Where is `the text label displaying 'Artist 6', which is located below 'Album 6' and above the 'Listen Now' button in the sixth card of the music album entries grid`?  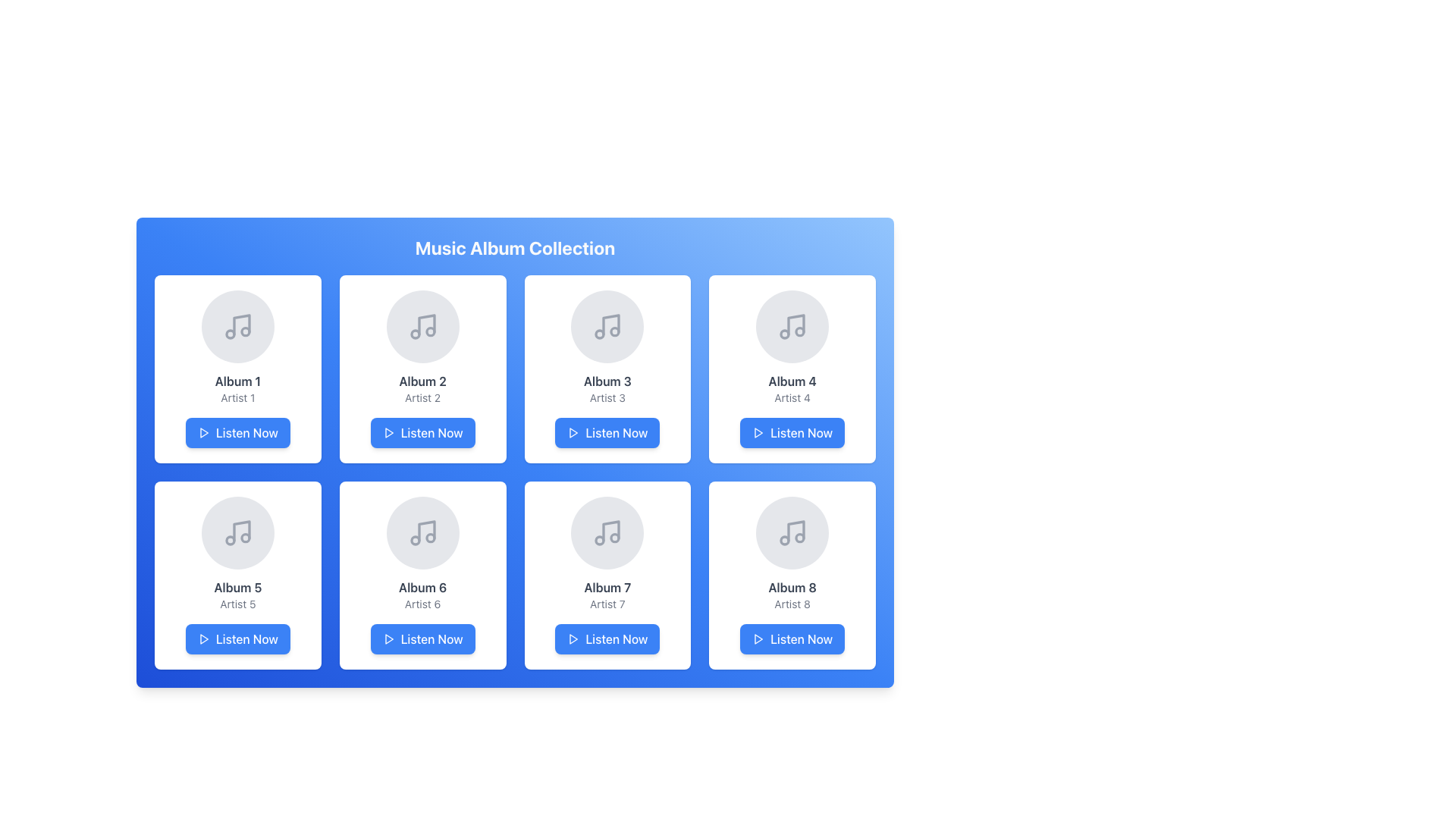 the text label displaying 'Artist 6', which is located below 'Album 6' and above the 'Listen Now' button in the sixth card of the music album entries grid is located at coordinates (422, 604).